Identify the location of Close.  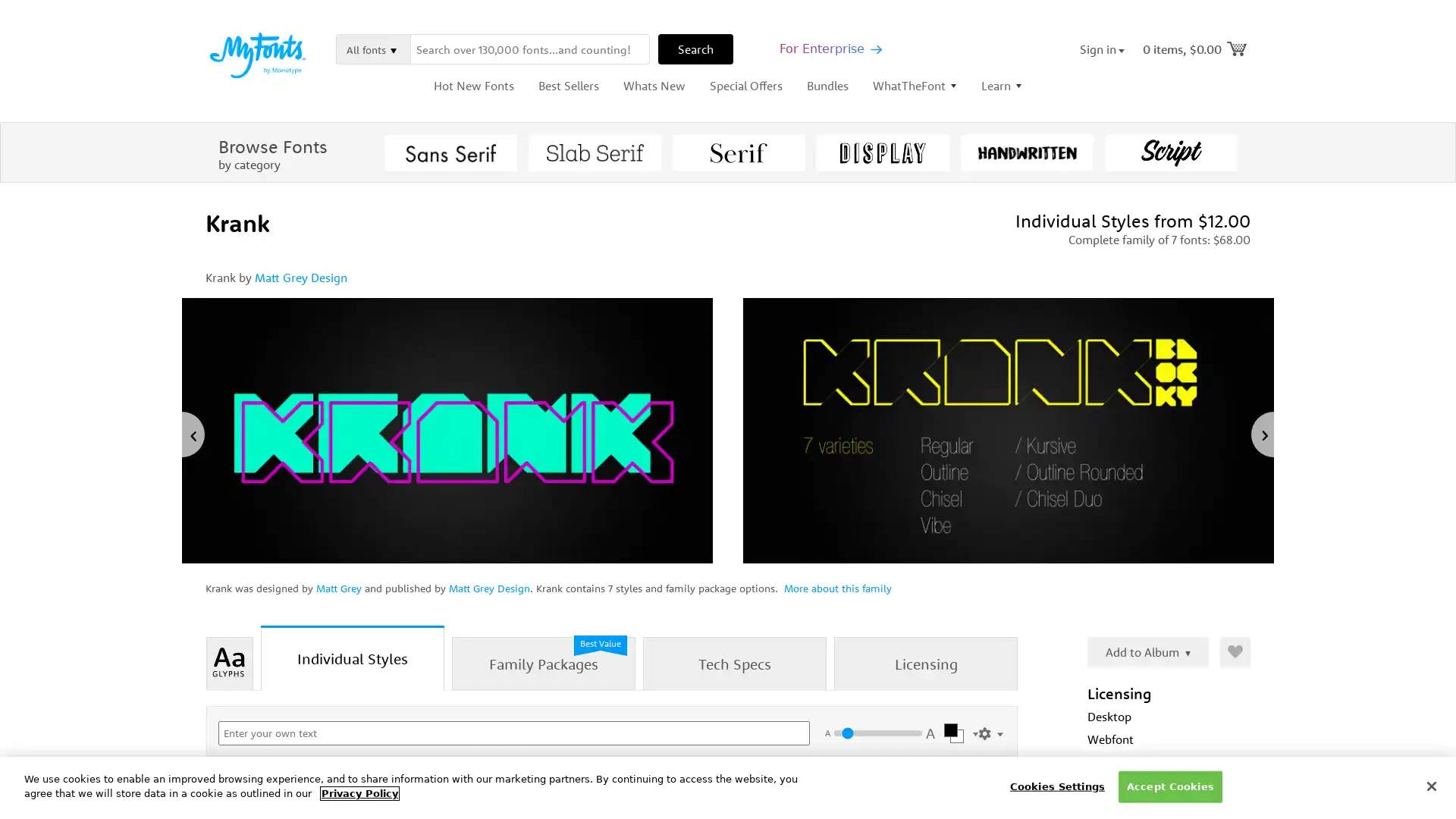
(1430, 785).